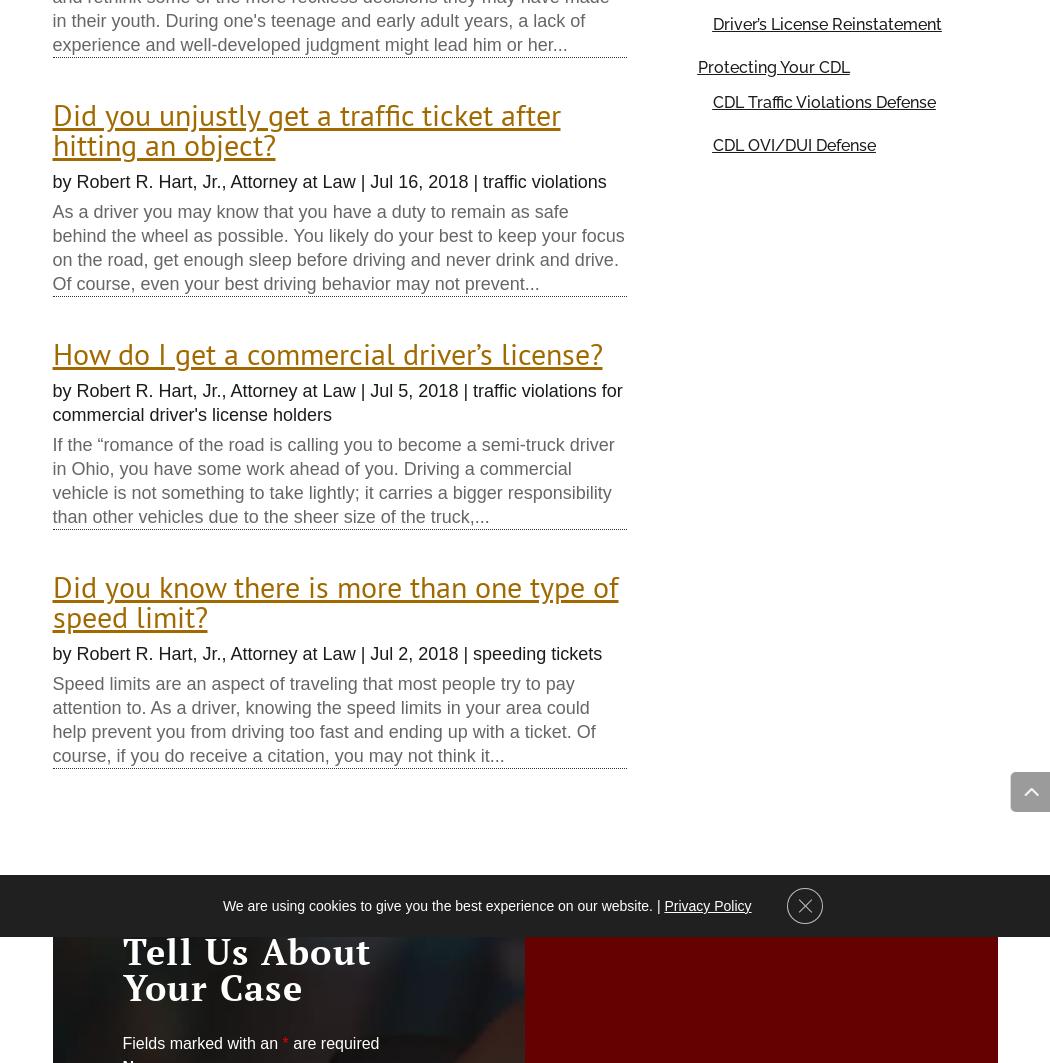 The width and height of the screenshot is (1050, 1063). What do you see at coordinates (544, 181) in the screenshot?
I see `'traffic violations'` at bounding box center [544, 181].